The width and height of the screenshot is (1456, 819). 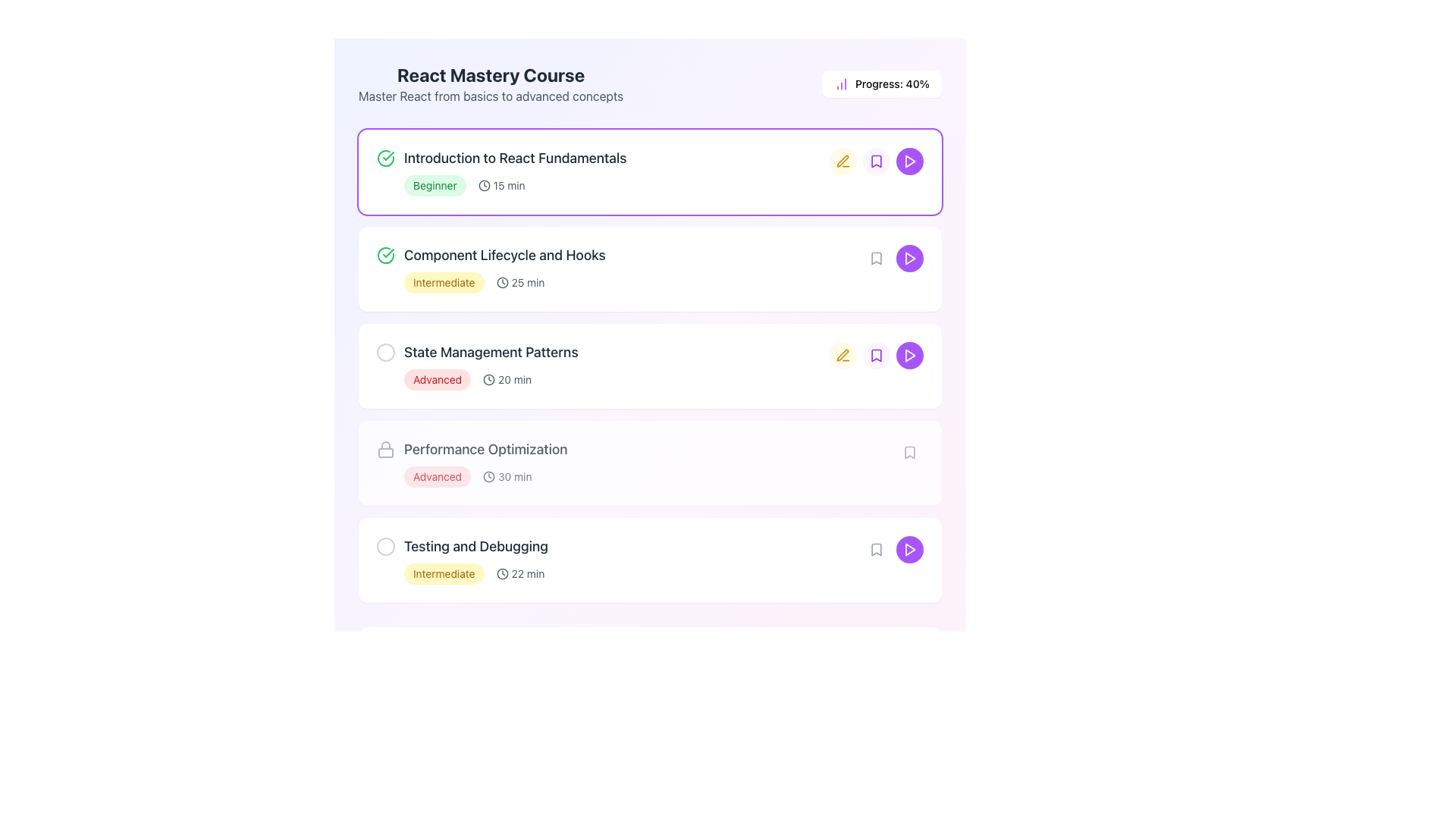 I want to click on the triangular-shaped play button icon with a bold outline and purple circular background located to the right of the text 'Testing and Debugging' to initiate the associated action, so click(x=910, y=550).